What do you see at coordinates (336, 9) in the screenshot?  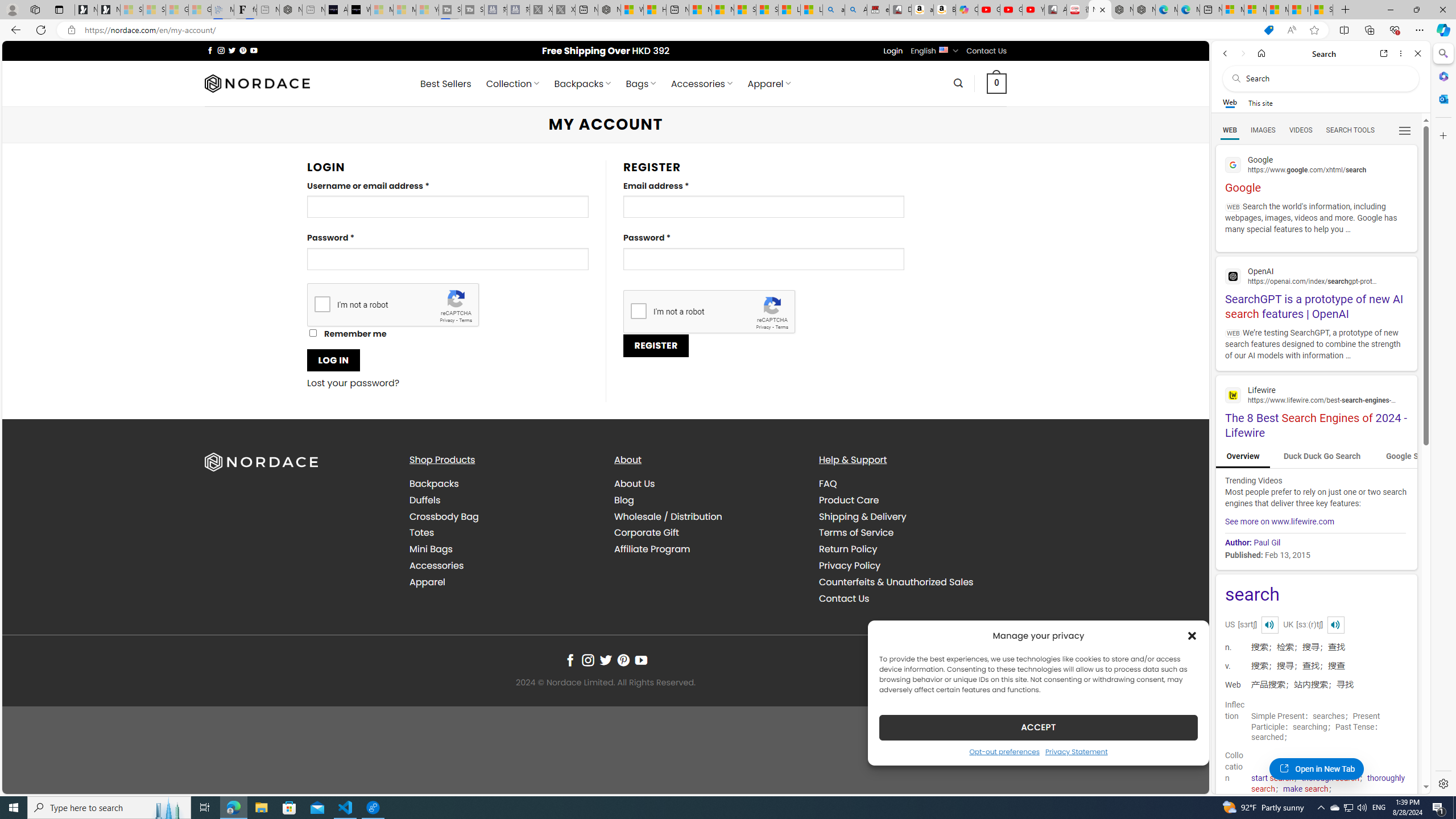 I see `'AI Voice Changer for PC and Mac - Voice.ai'` at bounding box center [336, 9].